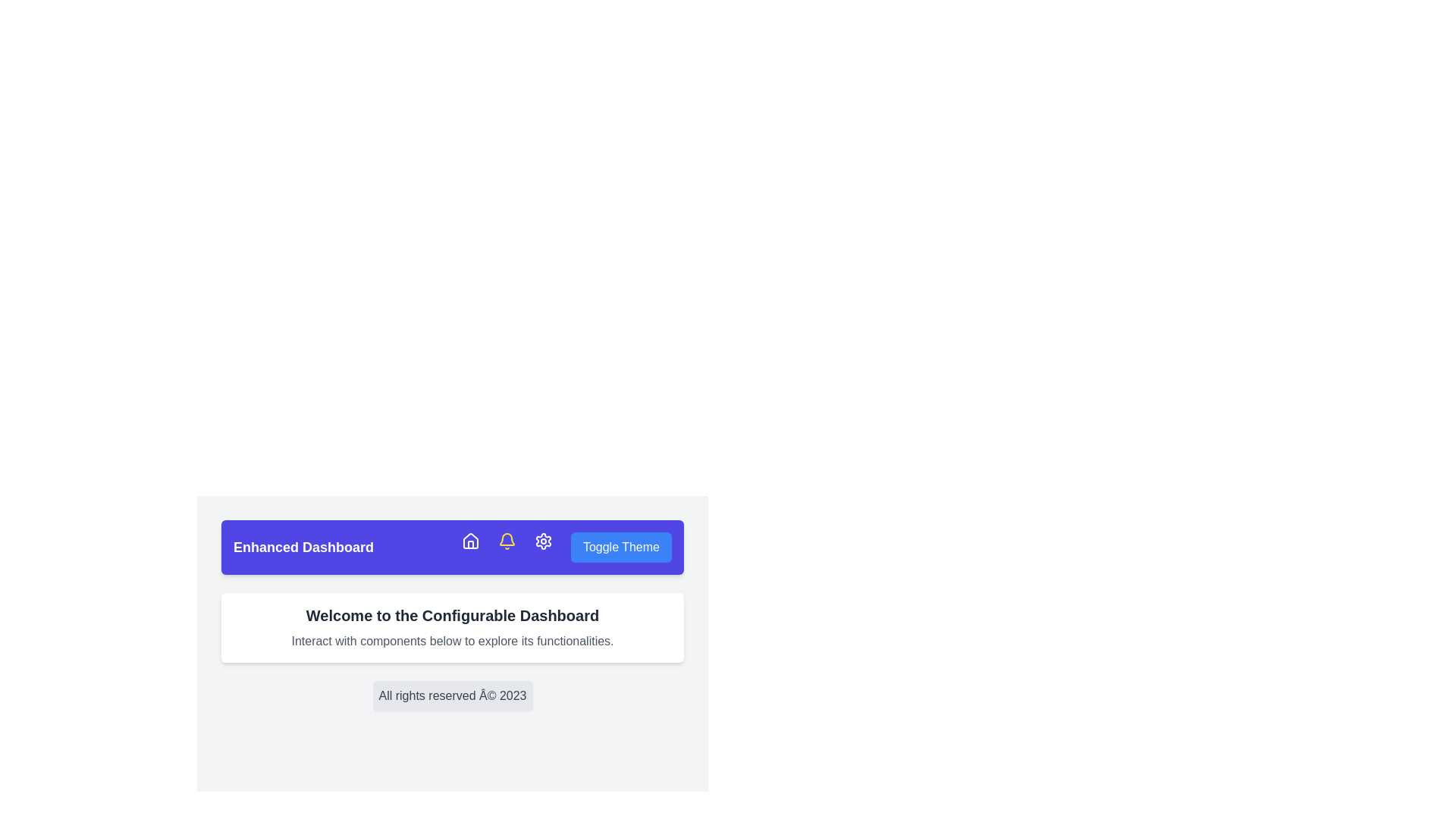 This screenshot has width=1456, height=819. I want to click on the theme toggle button located in the top-right corner of the horizontal navigation bar, so click(621, 547).